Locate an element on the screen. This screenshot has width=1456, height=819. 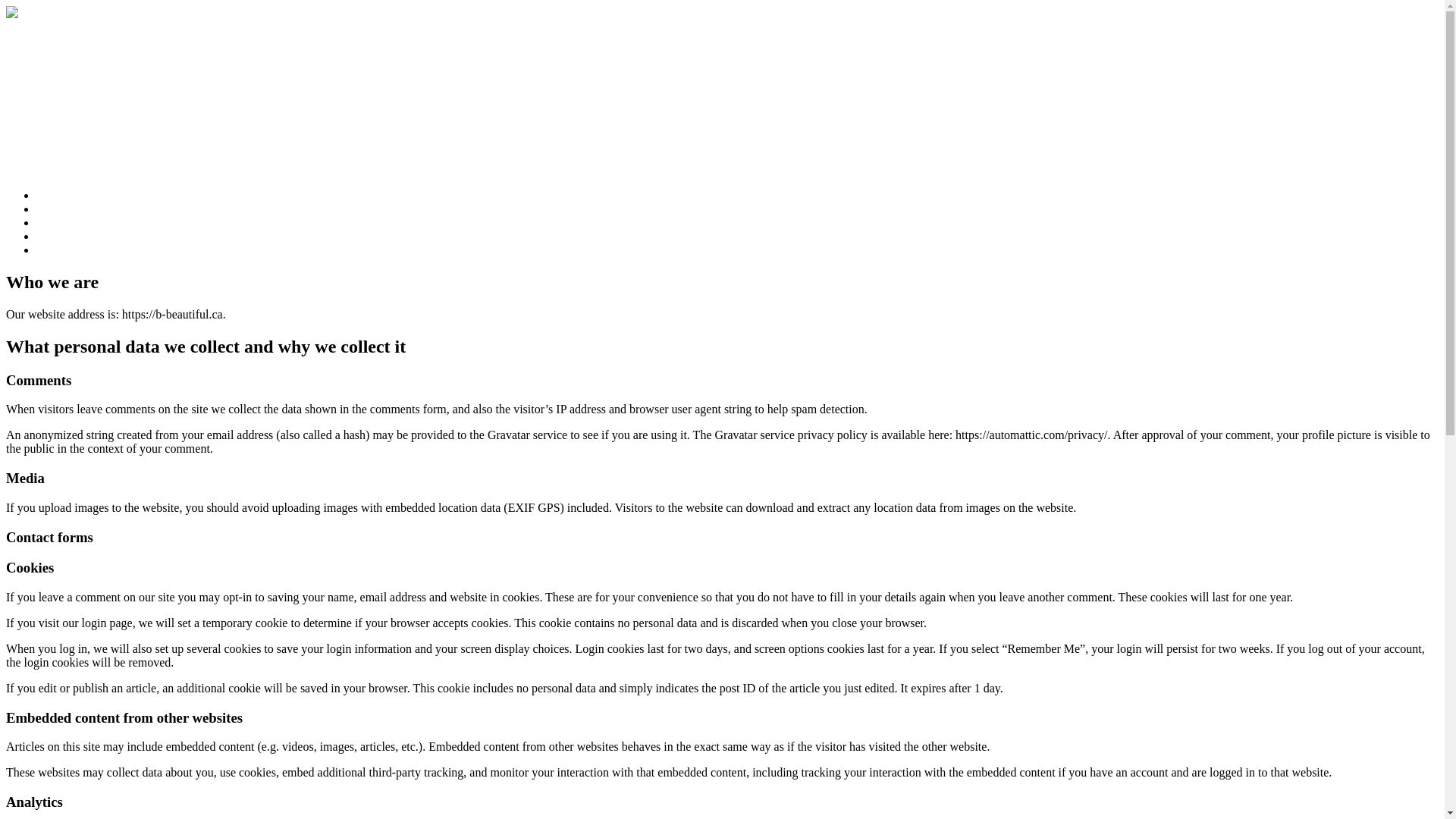
'PRICE LIST' is located at coordinates (67, 222).